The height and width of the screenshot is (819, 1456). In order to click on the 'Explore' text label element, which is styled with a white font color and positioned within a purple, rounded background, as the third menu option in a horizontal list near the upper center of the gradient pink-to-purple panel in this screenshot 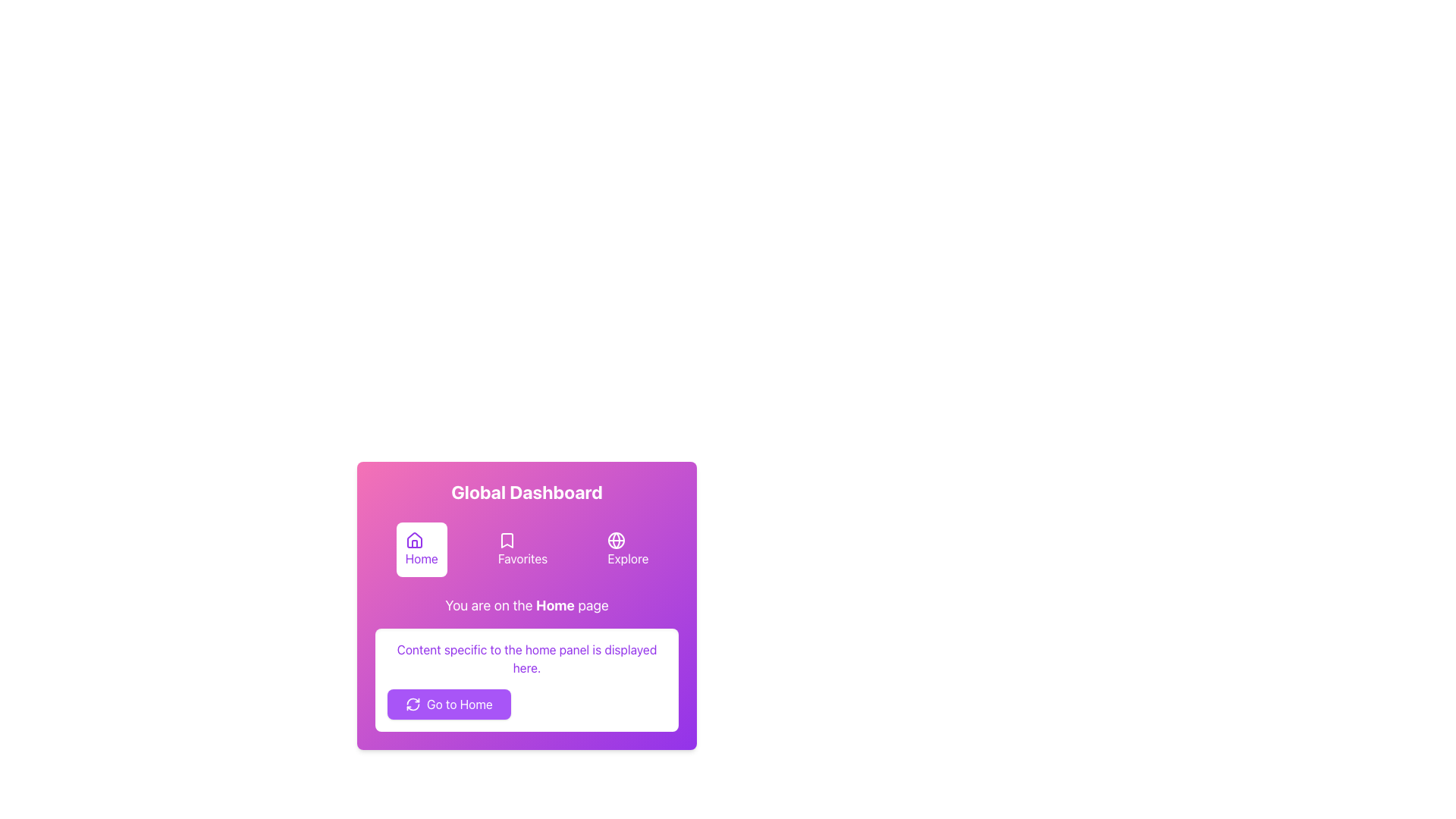, I will do `click(628, 558)`.